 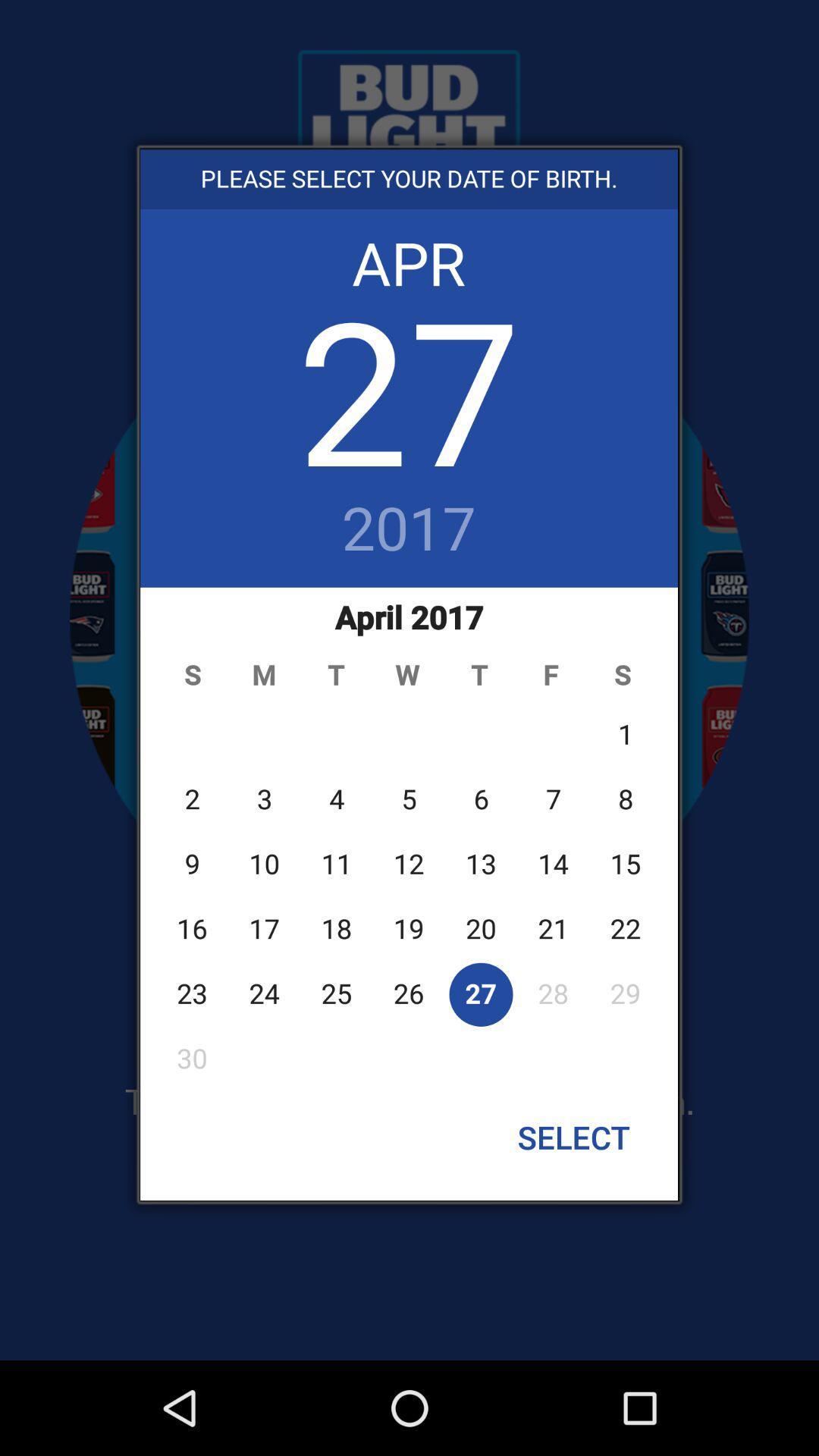 What do you see at coordinates (408, 530) in the screenshot?
I see `app below 27 item` at bounding box center [408, 530].